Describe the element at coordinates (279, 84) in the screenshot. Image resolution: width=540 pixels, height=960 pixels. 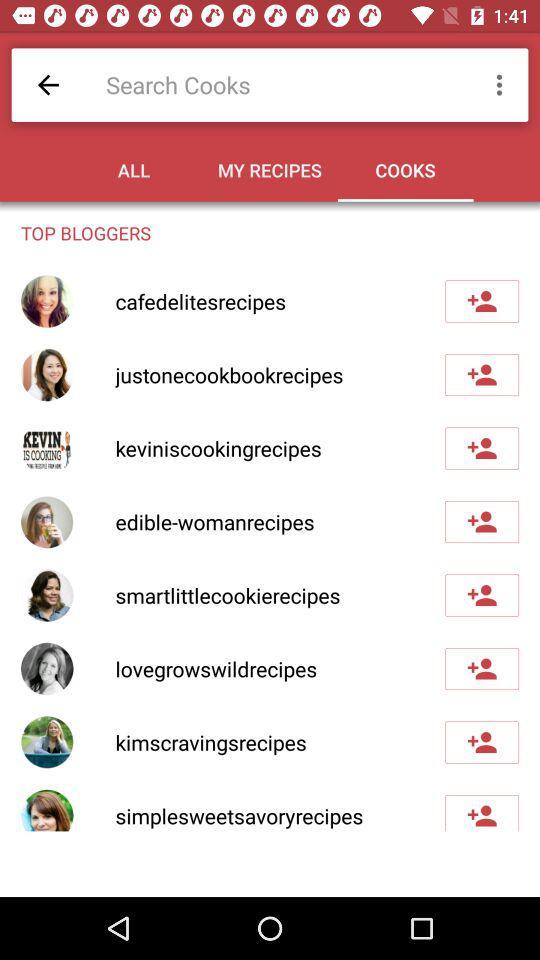
I see `search` at that location.